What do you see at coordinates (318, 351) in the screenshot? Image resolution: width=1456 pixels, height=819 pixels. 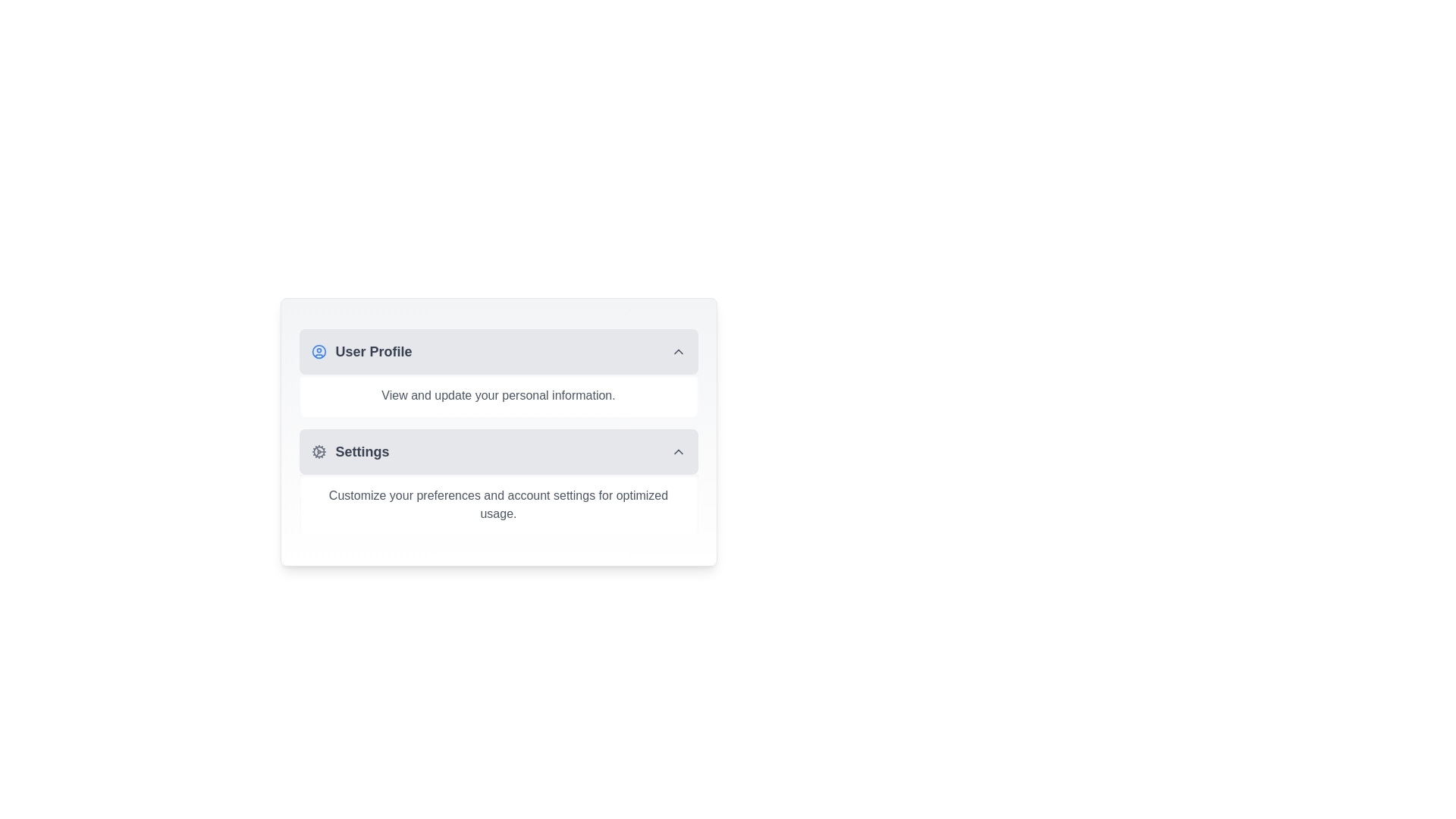 I see `the user profile icon representing user information, located in the User Profile section on the left side next to the text label` at bounding box center [318, 351].